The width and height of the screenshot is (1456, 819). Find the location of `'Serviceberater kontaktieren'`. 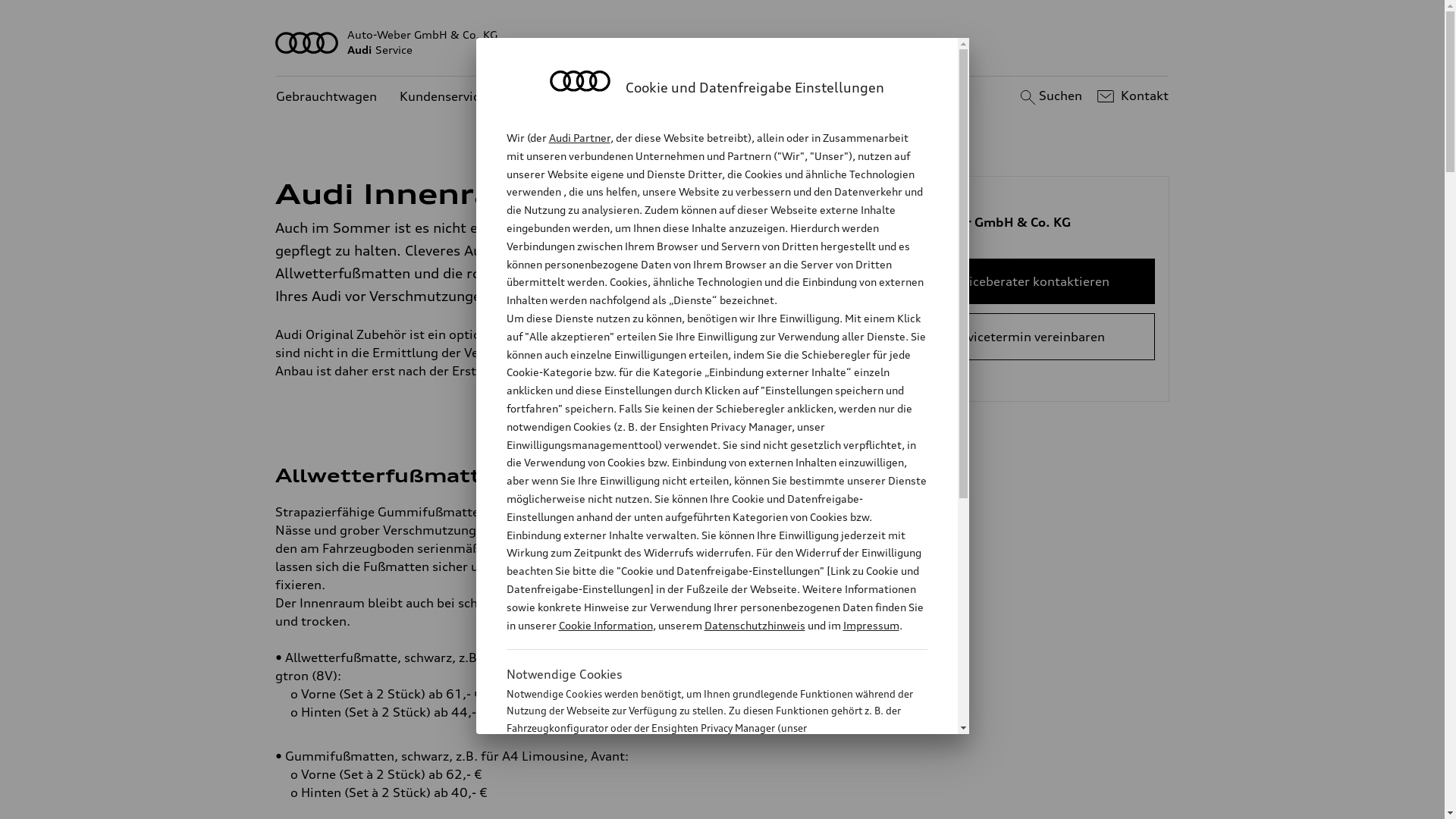

'Serviceberater kontaktieren' is located at coordinates (1026, 281).